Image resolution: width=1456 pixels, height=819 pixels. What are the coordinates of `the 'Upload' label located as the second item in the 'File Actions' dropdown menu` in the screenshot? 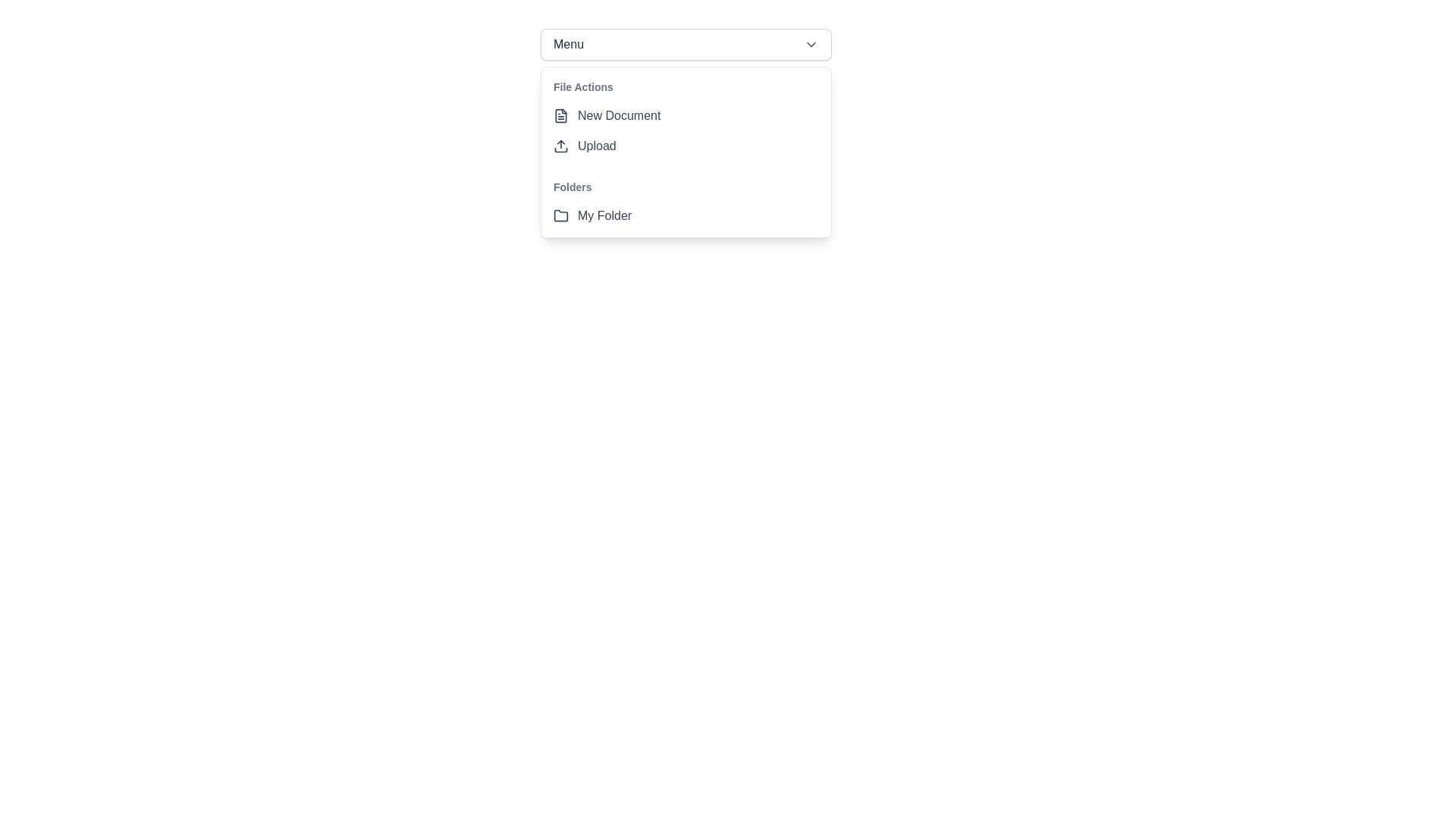 It's located at (596, 146).